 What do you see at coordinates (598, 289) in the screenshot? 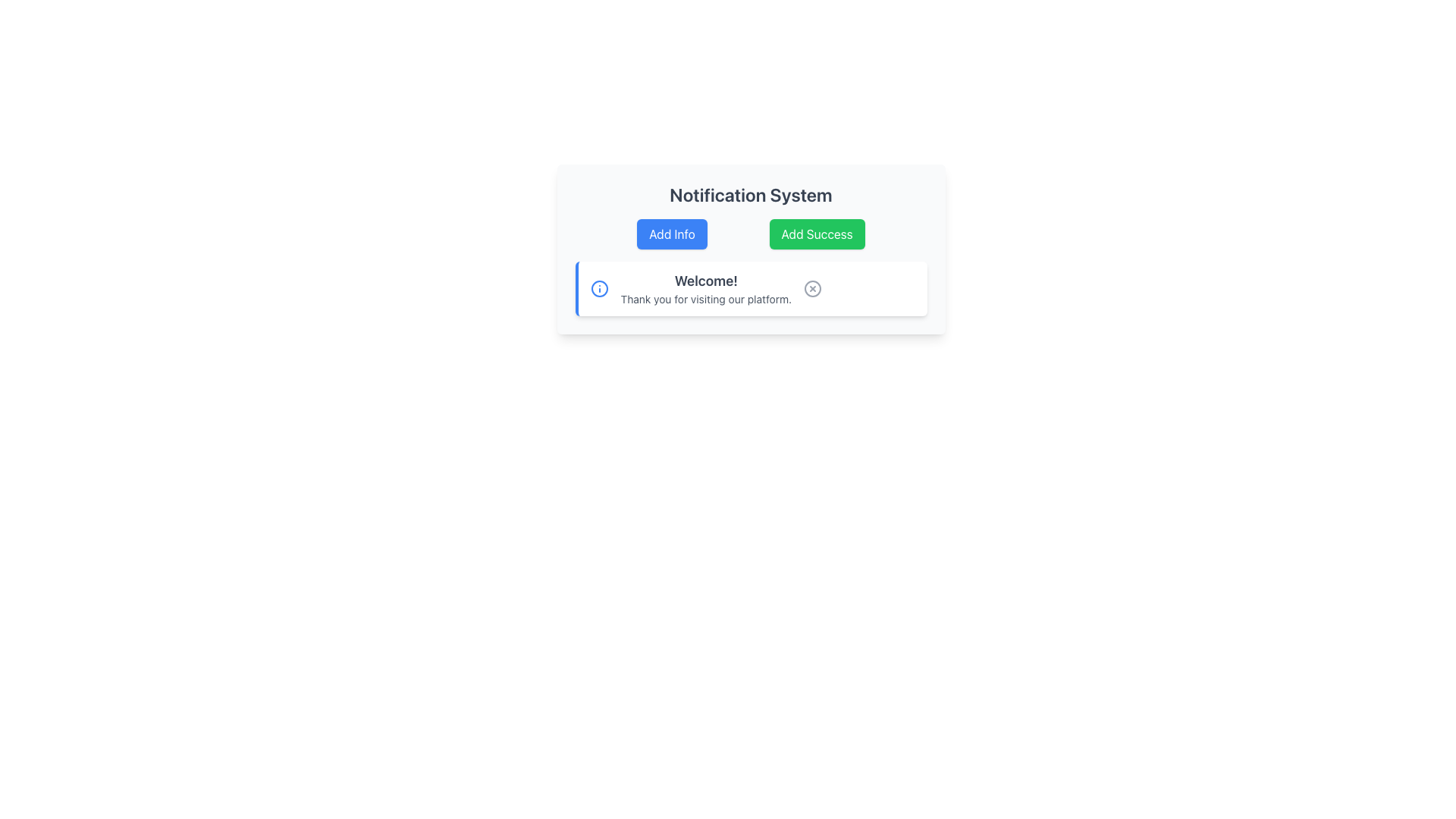
I see `the blue-outlined circular SVG icon located at the leftmost edge of the notification bar before the text 'Welcome!'` at bounding box center [598, 289].